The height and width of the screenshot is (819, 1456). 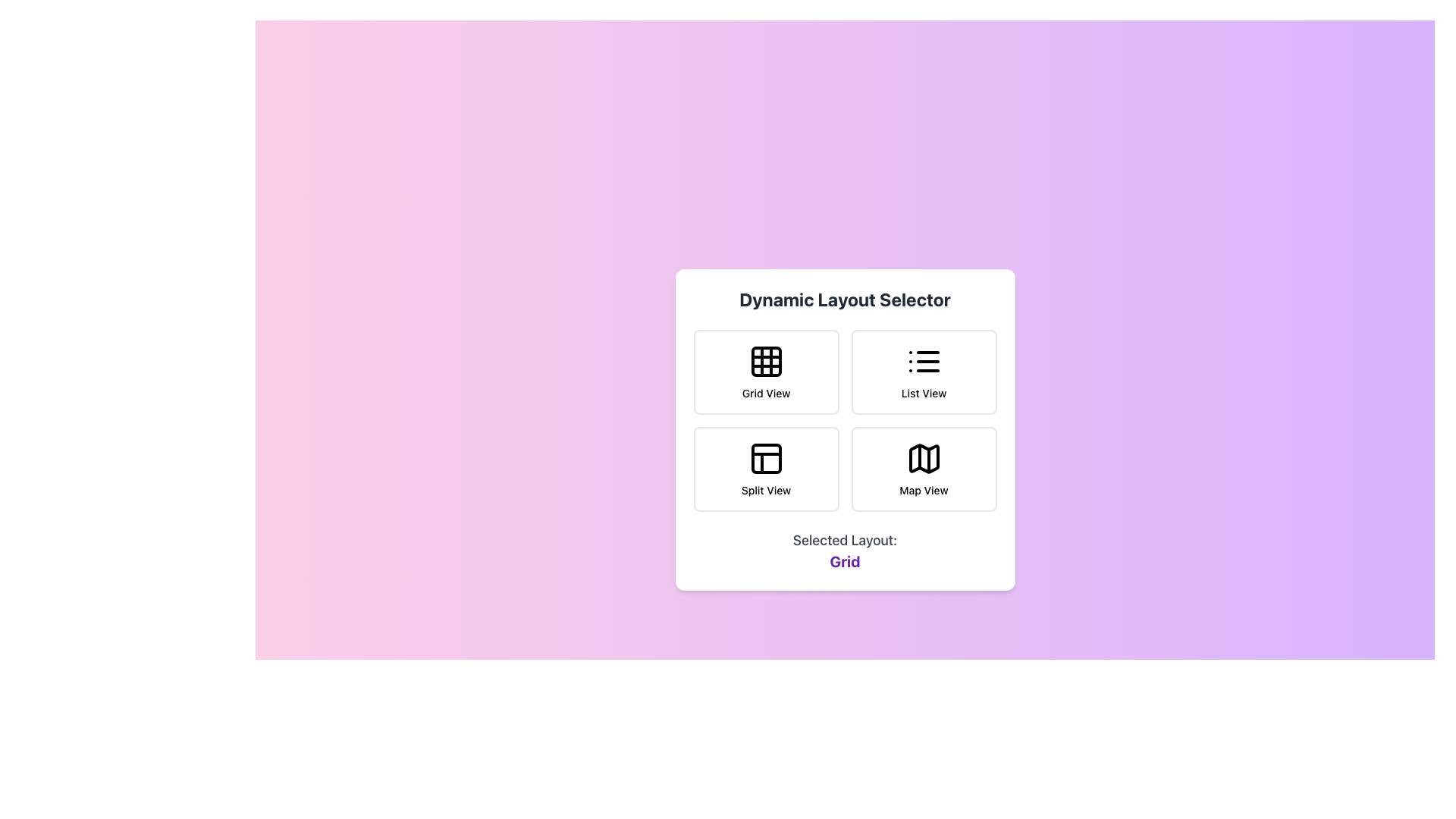 What do you see at coordinates (766, 362) in the screenshot?
I see `the 'Grid View' layout option icon located in the top-left section of the layout options panel` at bounding box center [766, 362].